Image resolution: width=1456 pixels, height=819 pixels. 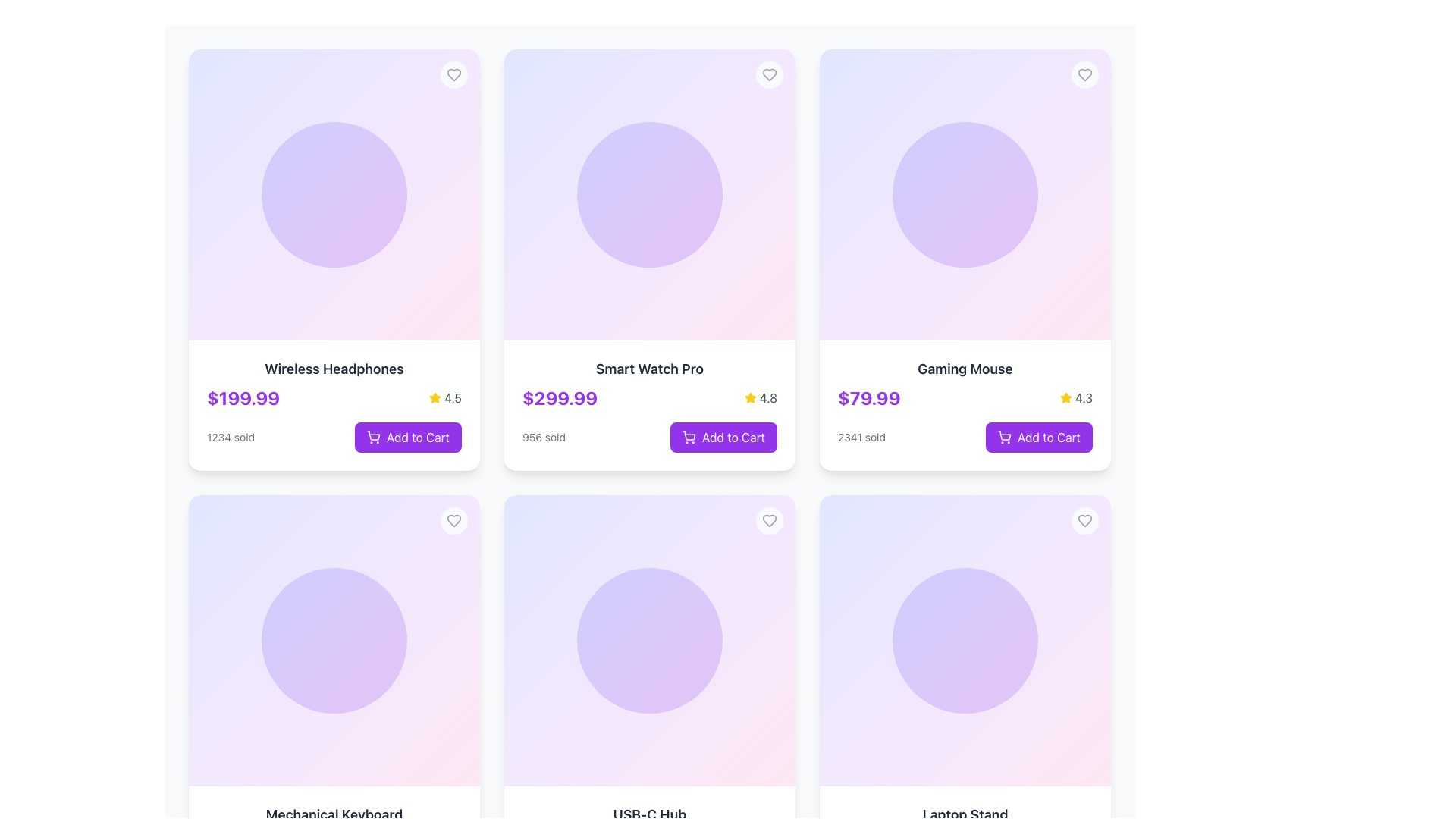 What do you see at coordinates (723, 438) in the screenshot?
I see `the 'Add to Cart' button located at the bottom-right corner of the 'Smart Watch Pro' product card` at bounding box center [723, 438].